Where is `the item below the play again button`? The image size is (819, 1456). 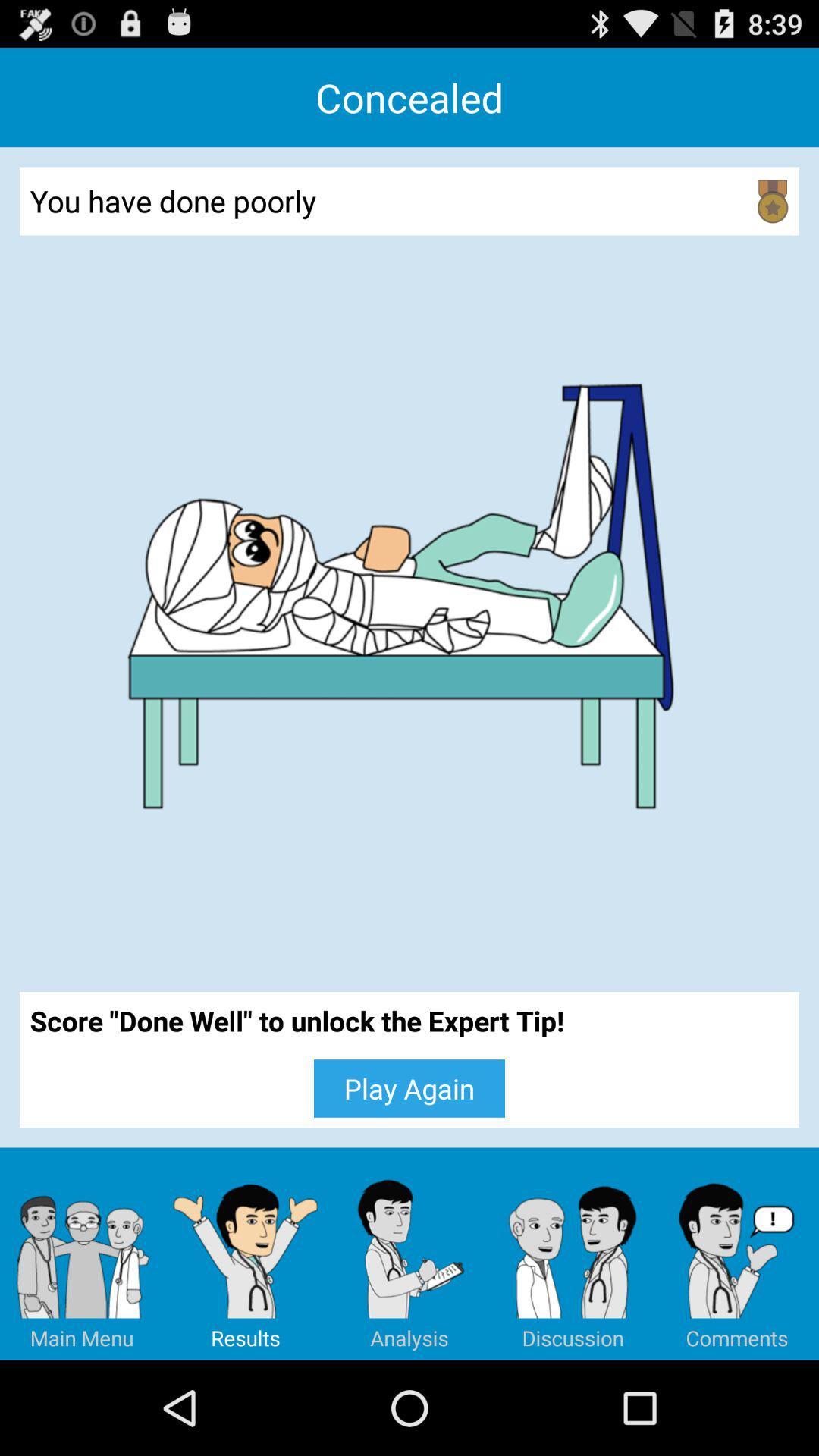
the item below the play again button is located at coordinates (245, 1254).